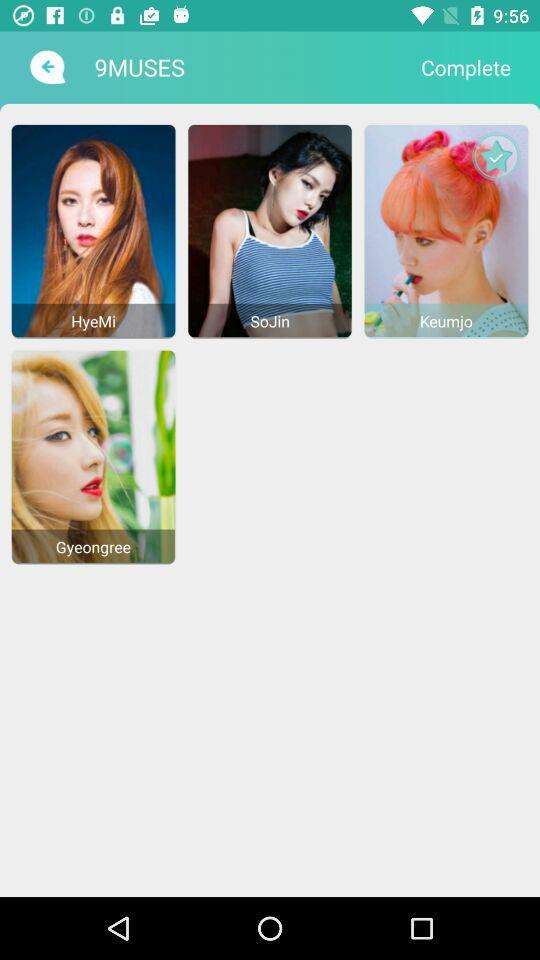 This screenshot has height=960, width=540. What do you see at coordinates (93, 456) in the screenshot?
I see `fourth image` at bounding box center [93, 456].